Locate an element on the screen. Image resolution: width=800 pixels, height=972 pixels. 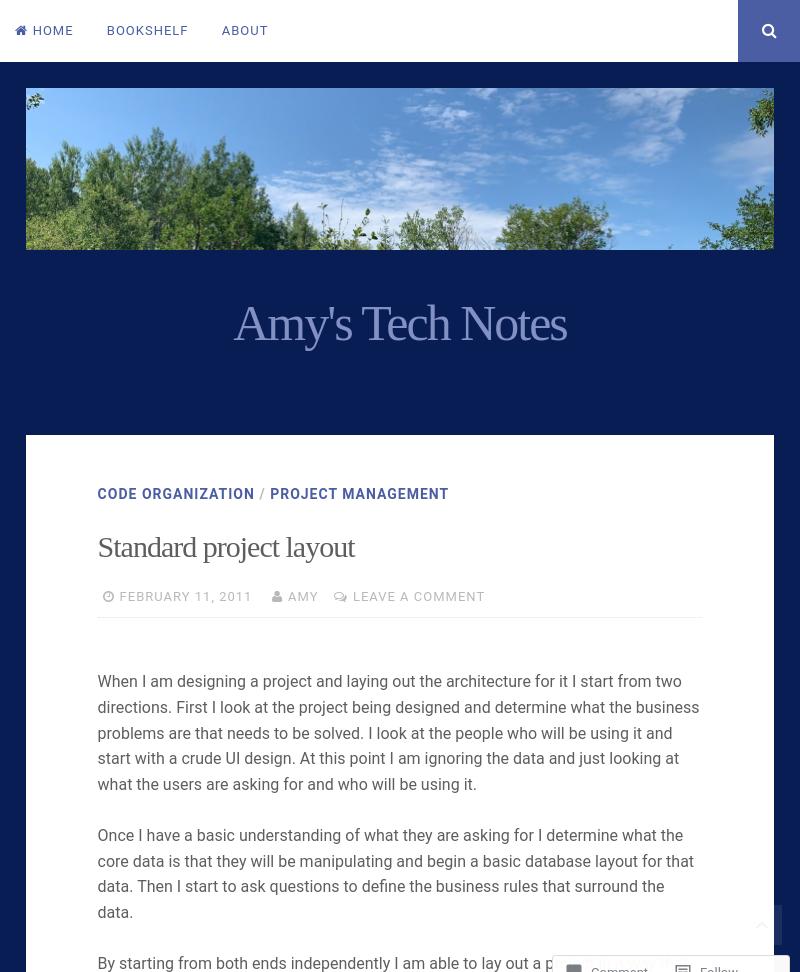
'I look at the people who will be using it and start with a crude UI design.' is located at coordinates (383, 745).